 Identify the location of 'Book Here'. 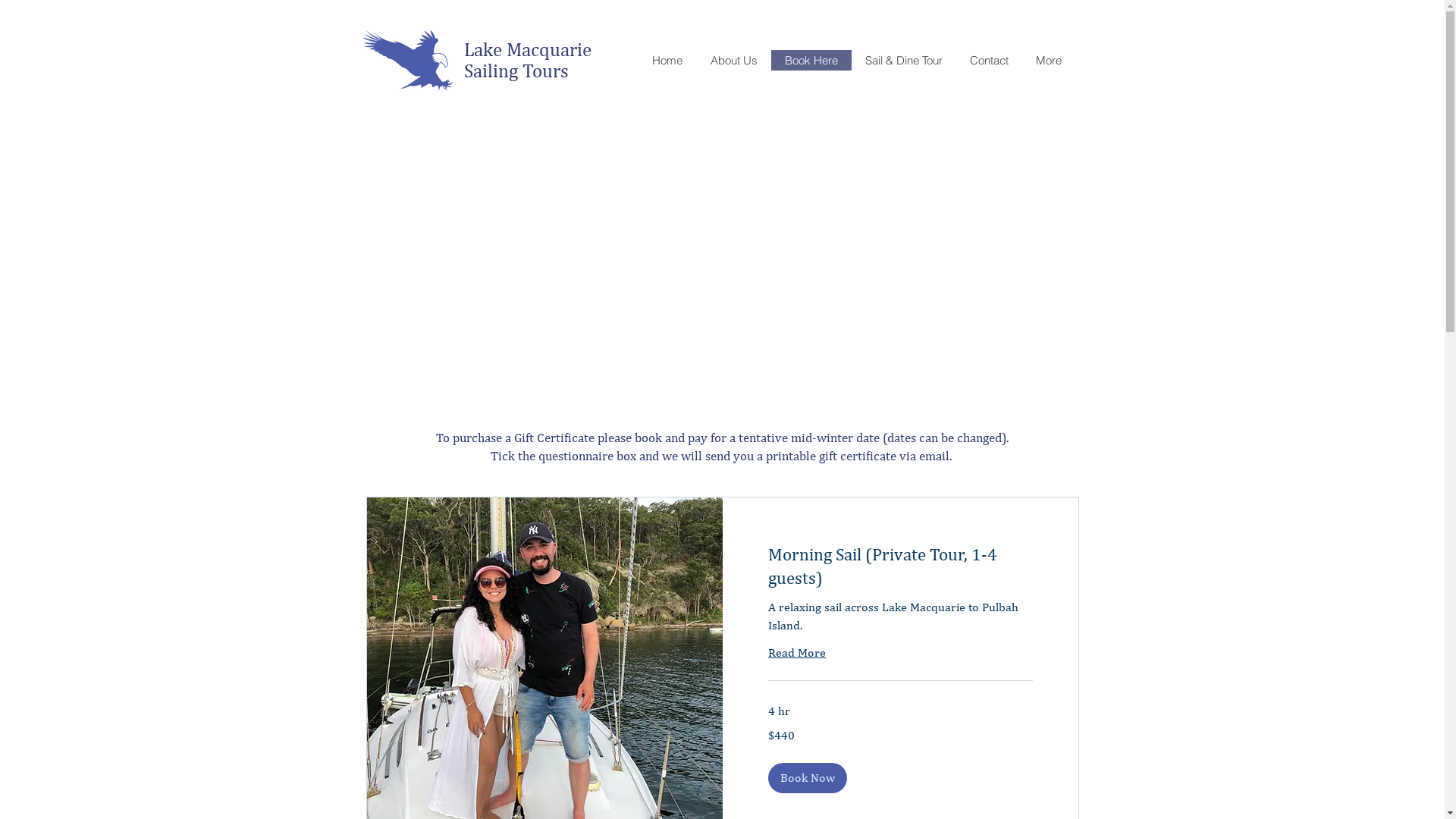
(810, 59).